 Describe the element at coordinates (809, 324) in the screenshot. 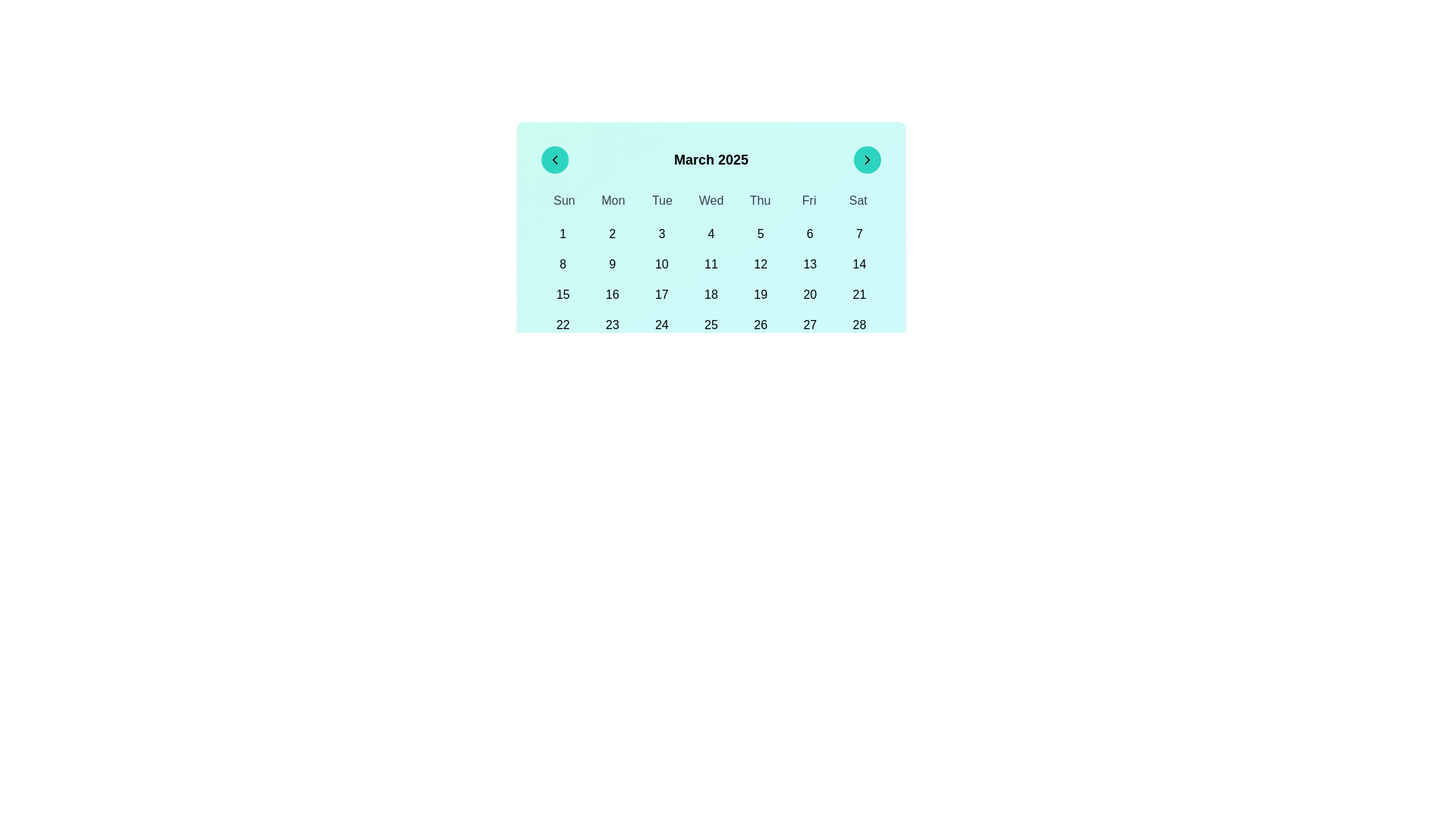

I see `the clickable button representing the 27th day in the calendar interface` at that location.